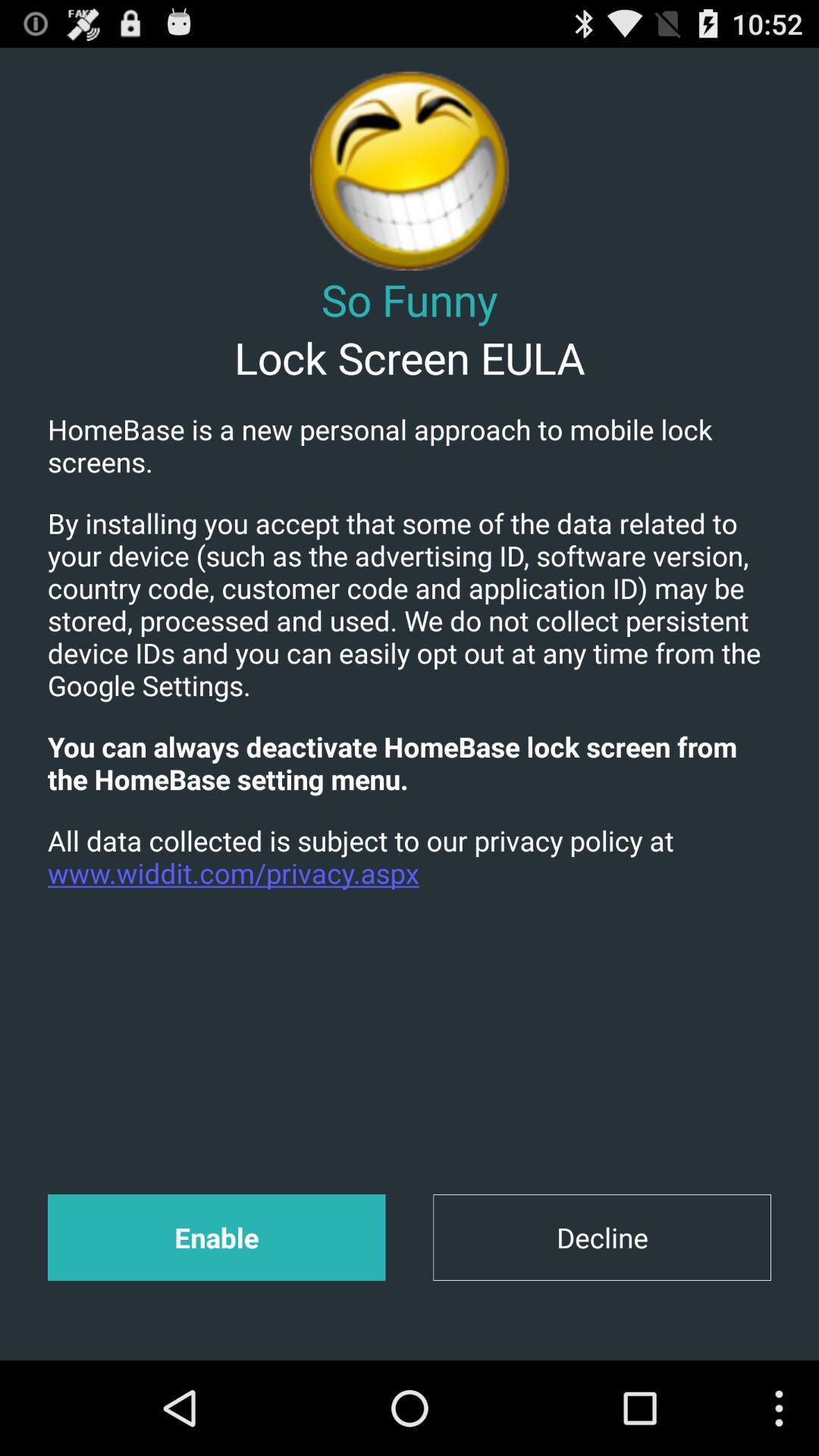 The height and width of the screenshot is (1456, 819). I want to click on icon above the by installing you item, so click(409, 444).